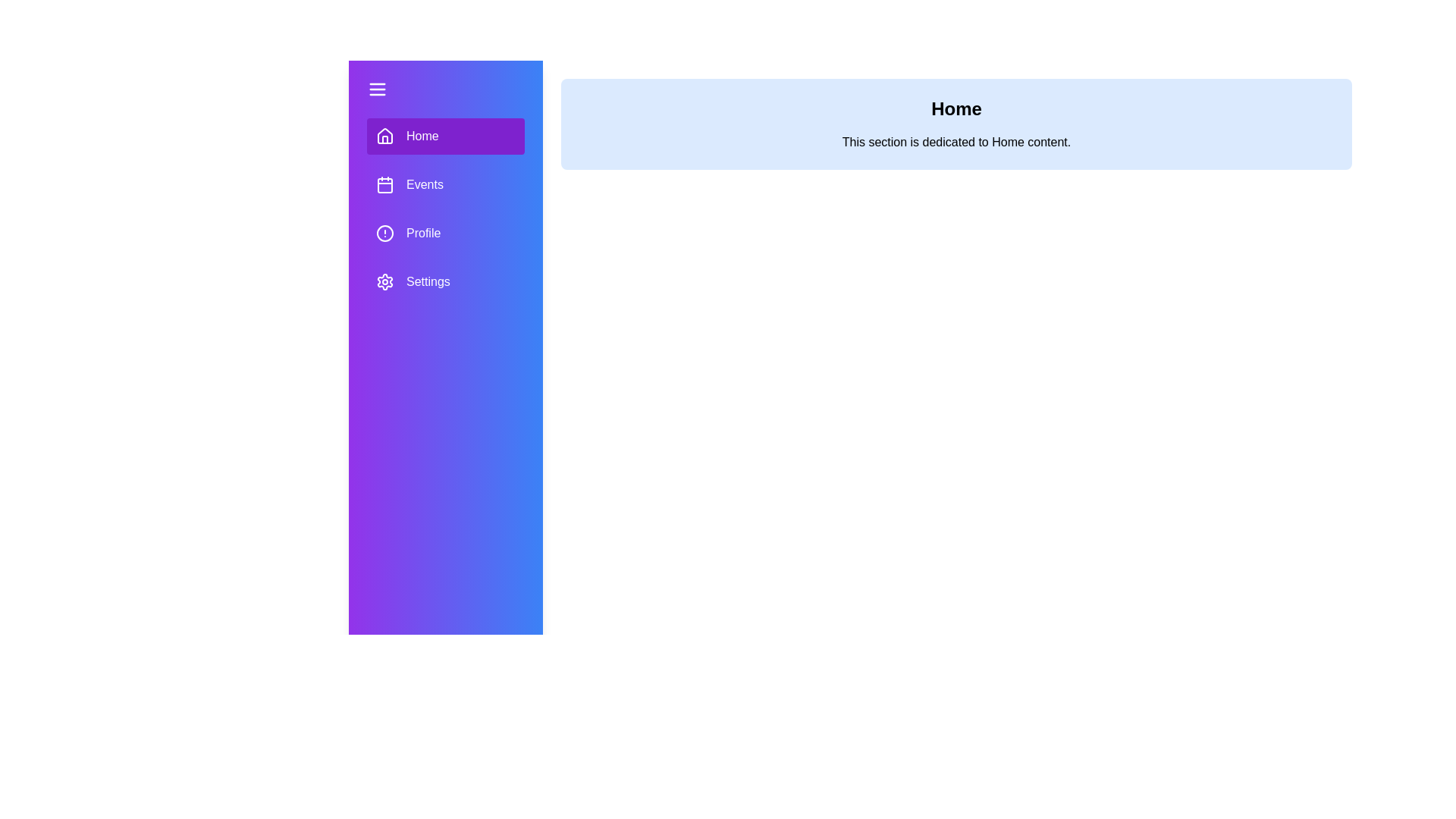  Describe the element at coordinates (445, 234) in the screenshot. I see `the third item in the vertical navigation menu, which serves as a link to the profile section, to change its background color` at that location.